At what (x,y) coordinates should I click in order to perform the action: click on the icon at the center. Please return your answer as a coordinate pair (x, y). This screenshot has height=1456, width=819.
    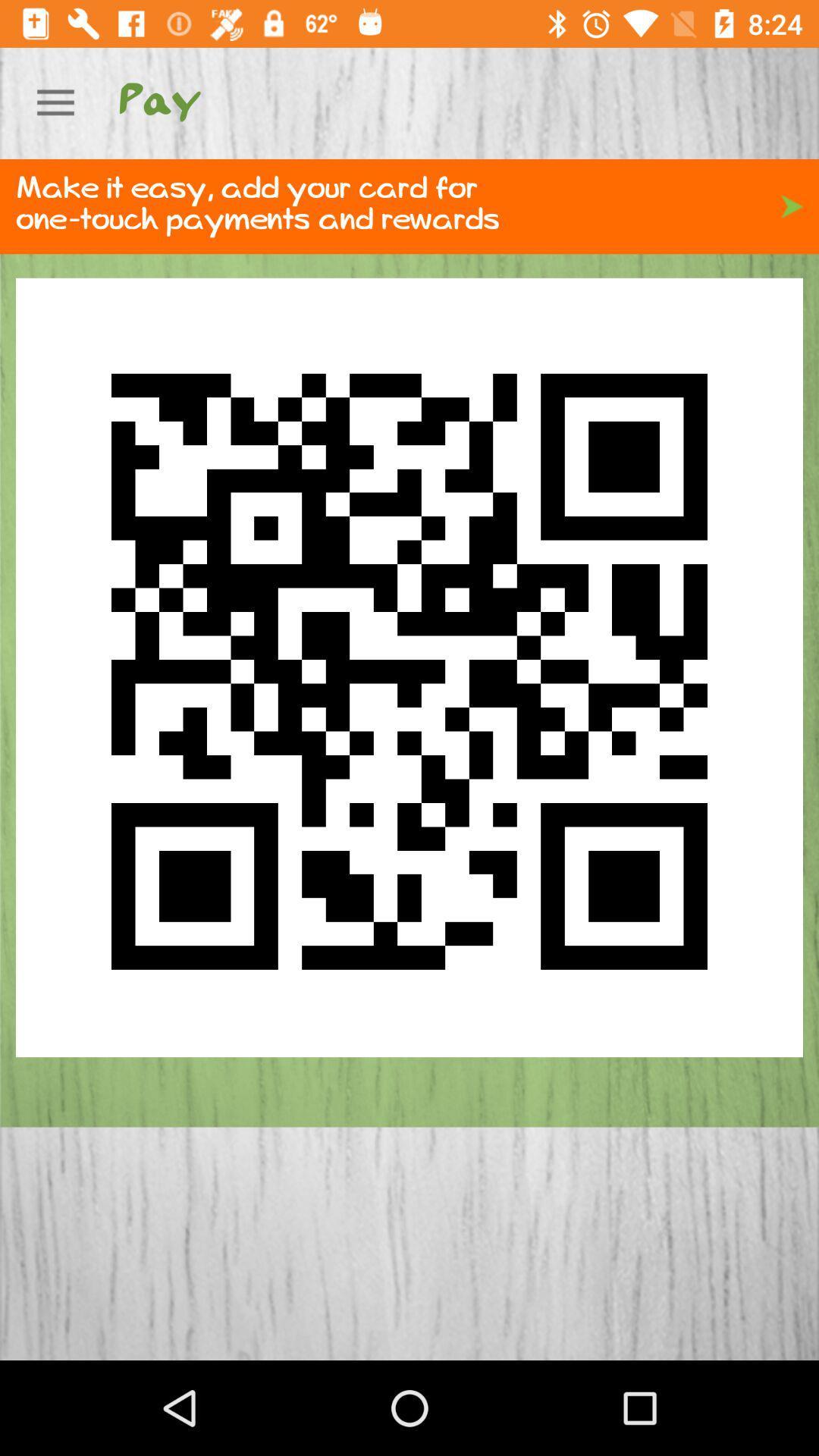
    Looking at the image, I should click on (409, 667).